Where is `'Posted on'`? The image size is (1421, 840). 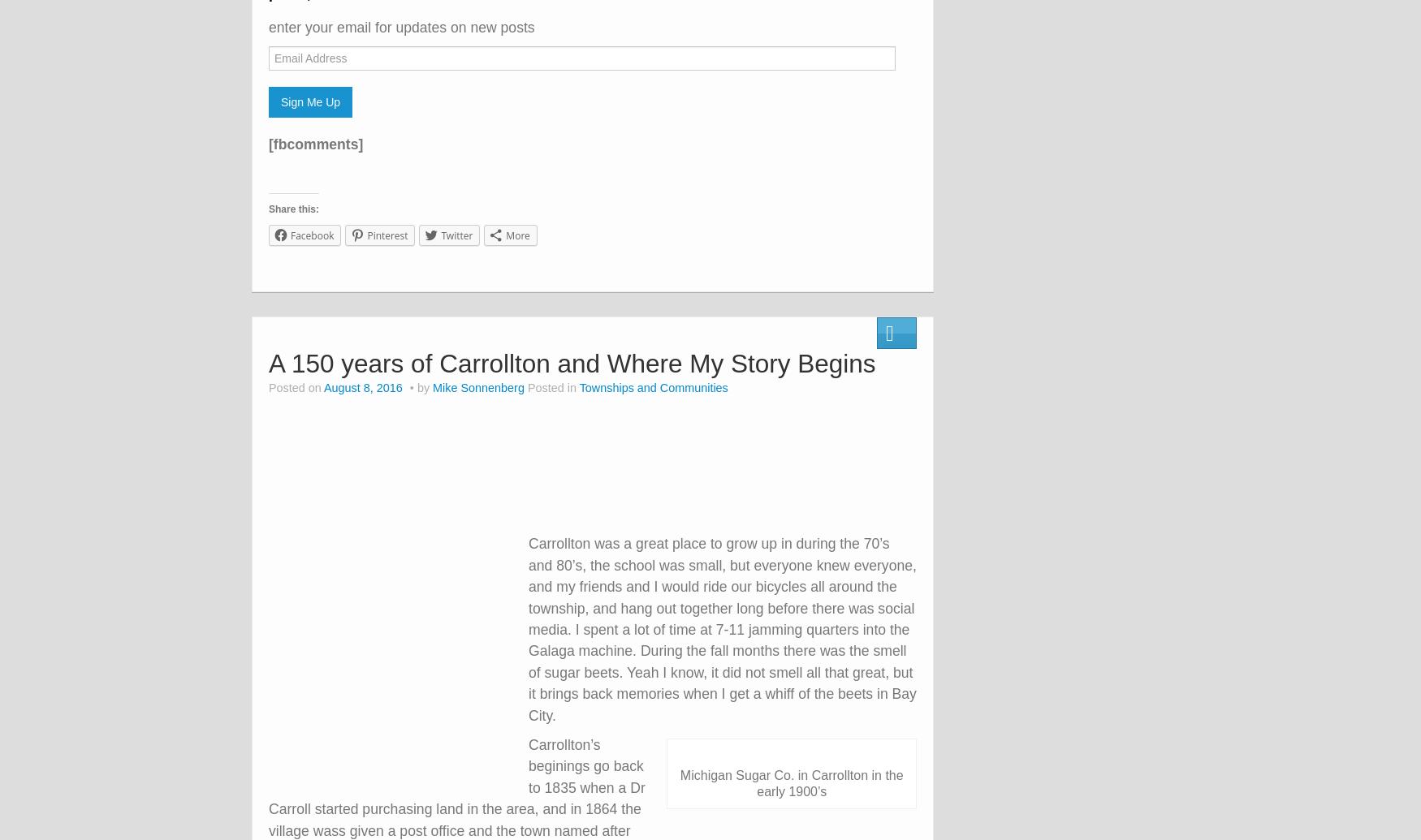
'Posted on' is located at coordinates (296, 387).